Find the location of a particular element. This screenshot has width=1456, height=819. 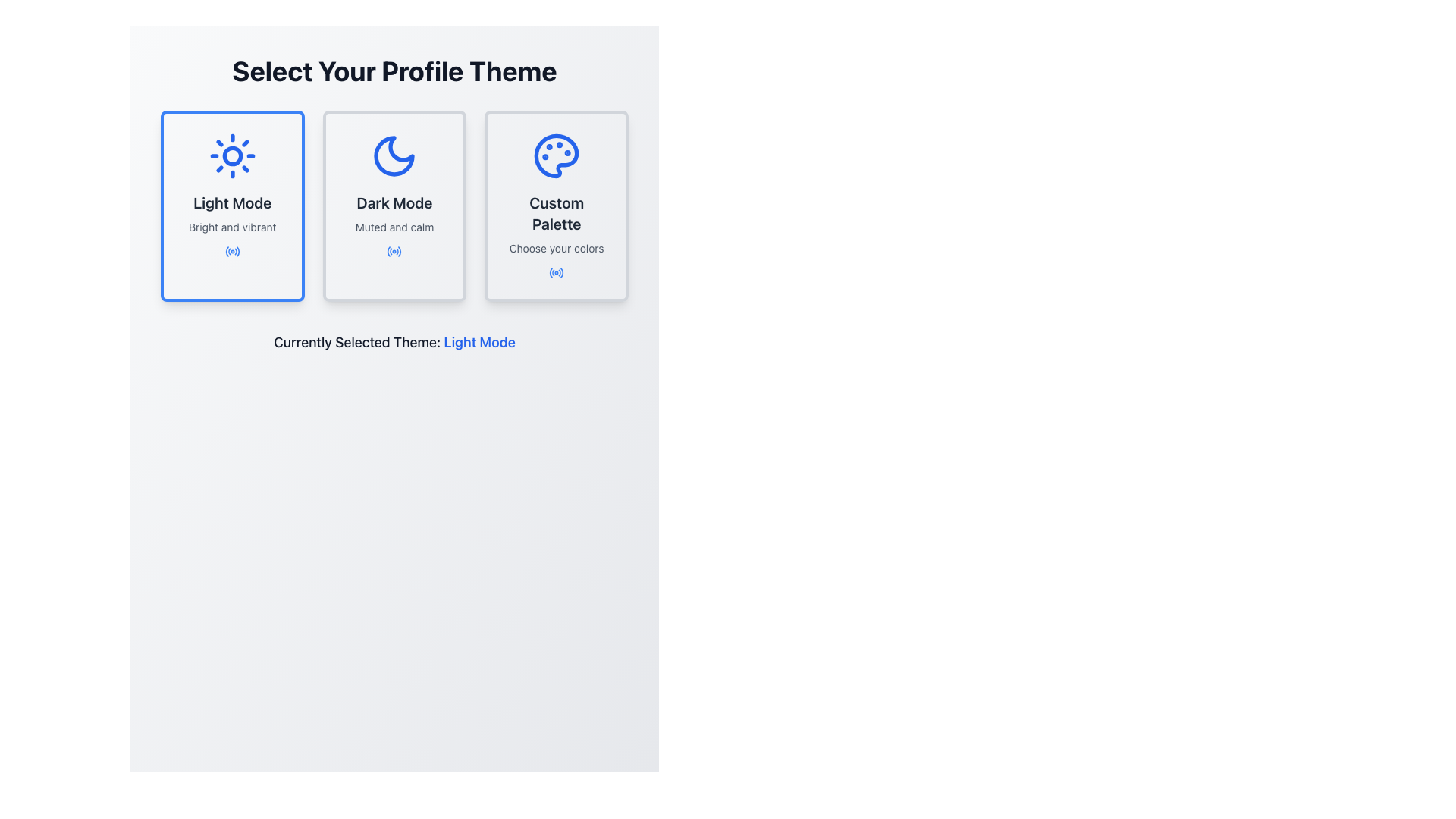

the descriptive text located centrally within the rightmost card, which encourages users to select or customize their color scheme is located at coordinates (556, 247).